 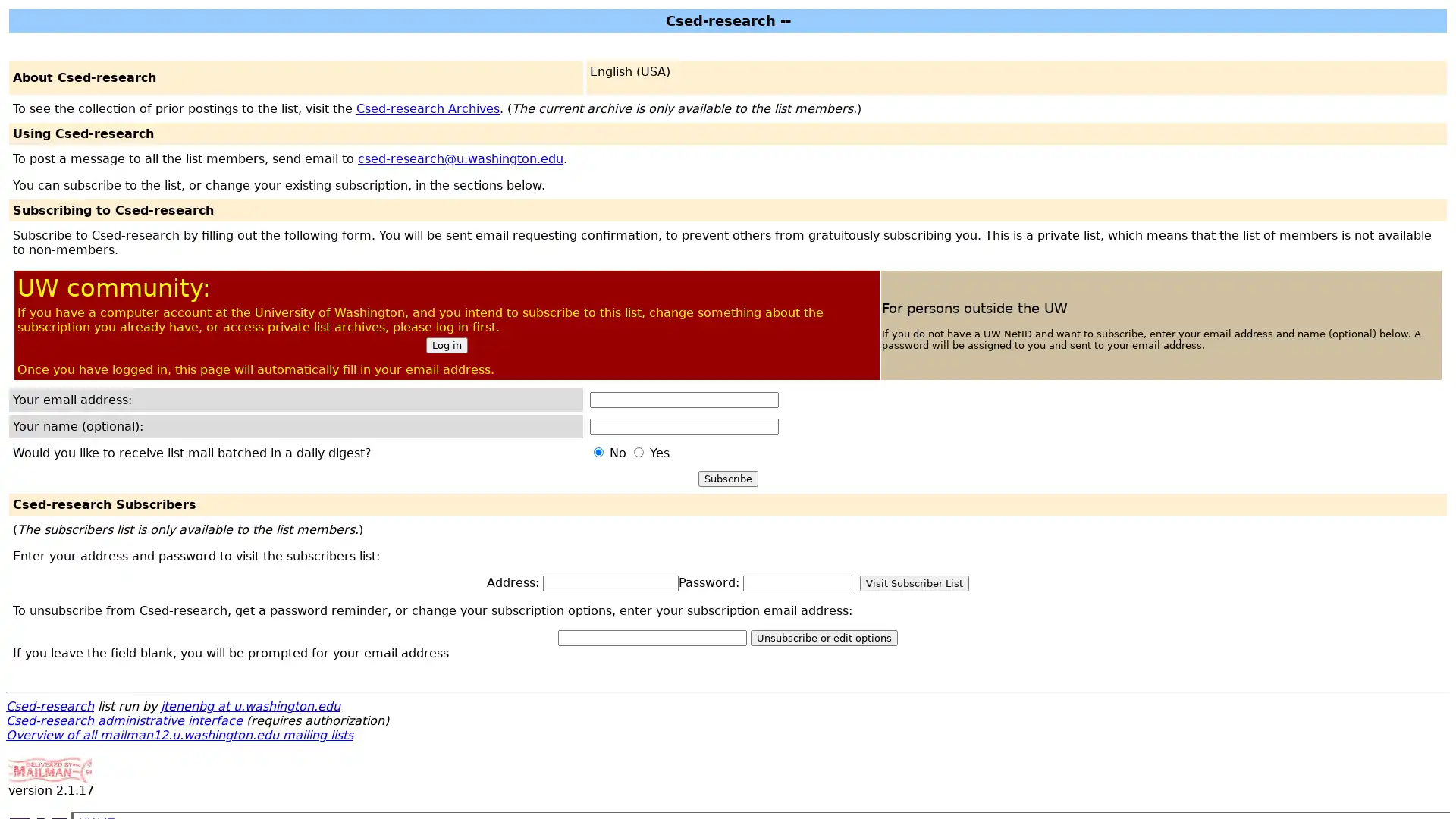 I want to click on Visit Subscriber List, so click(x=913, y=582).